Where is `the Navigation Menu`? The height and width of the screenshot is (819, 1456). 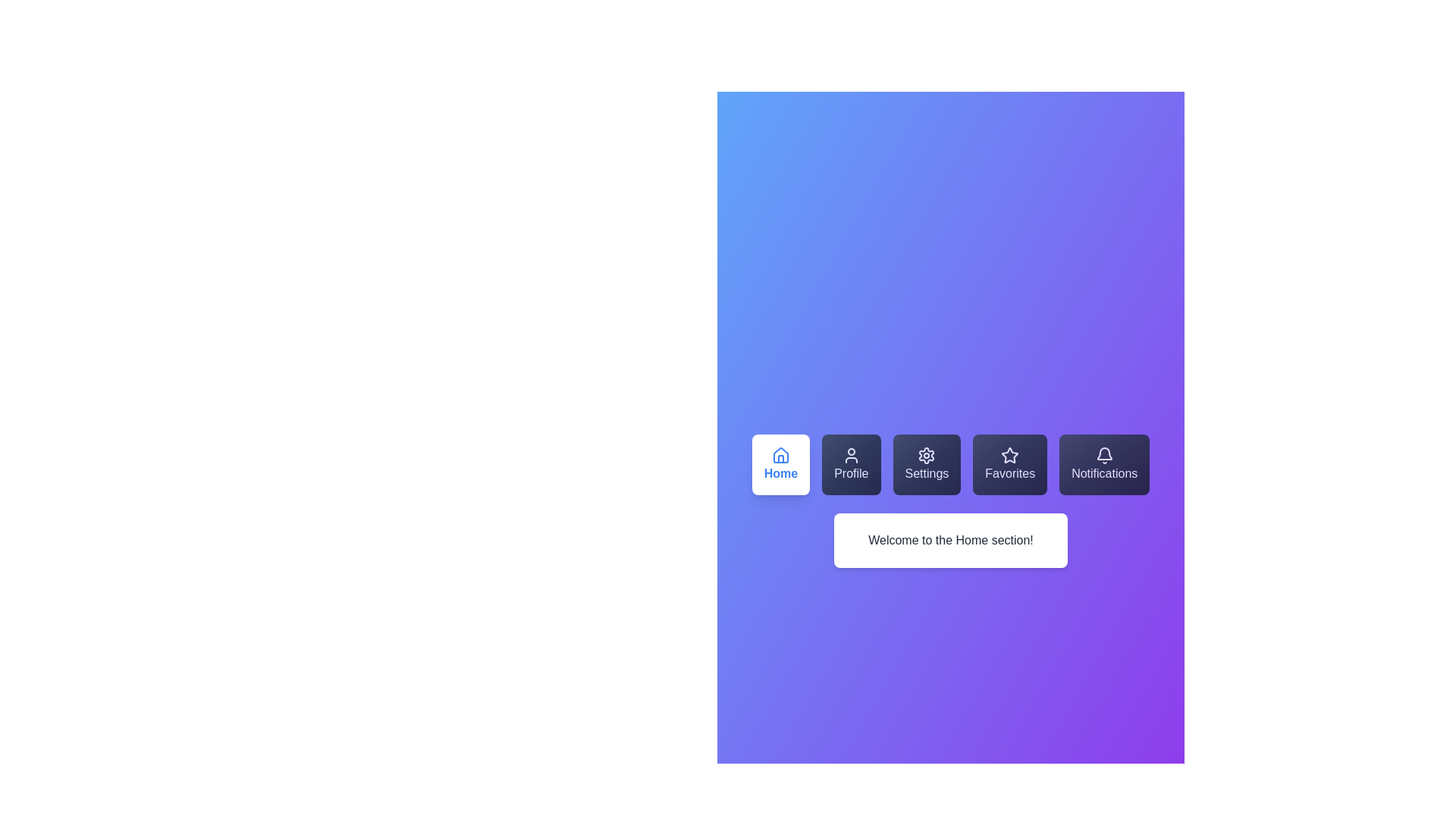
the Navigation Menu is located at coordinates (949, 464).